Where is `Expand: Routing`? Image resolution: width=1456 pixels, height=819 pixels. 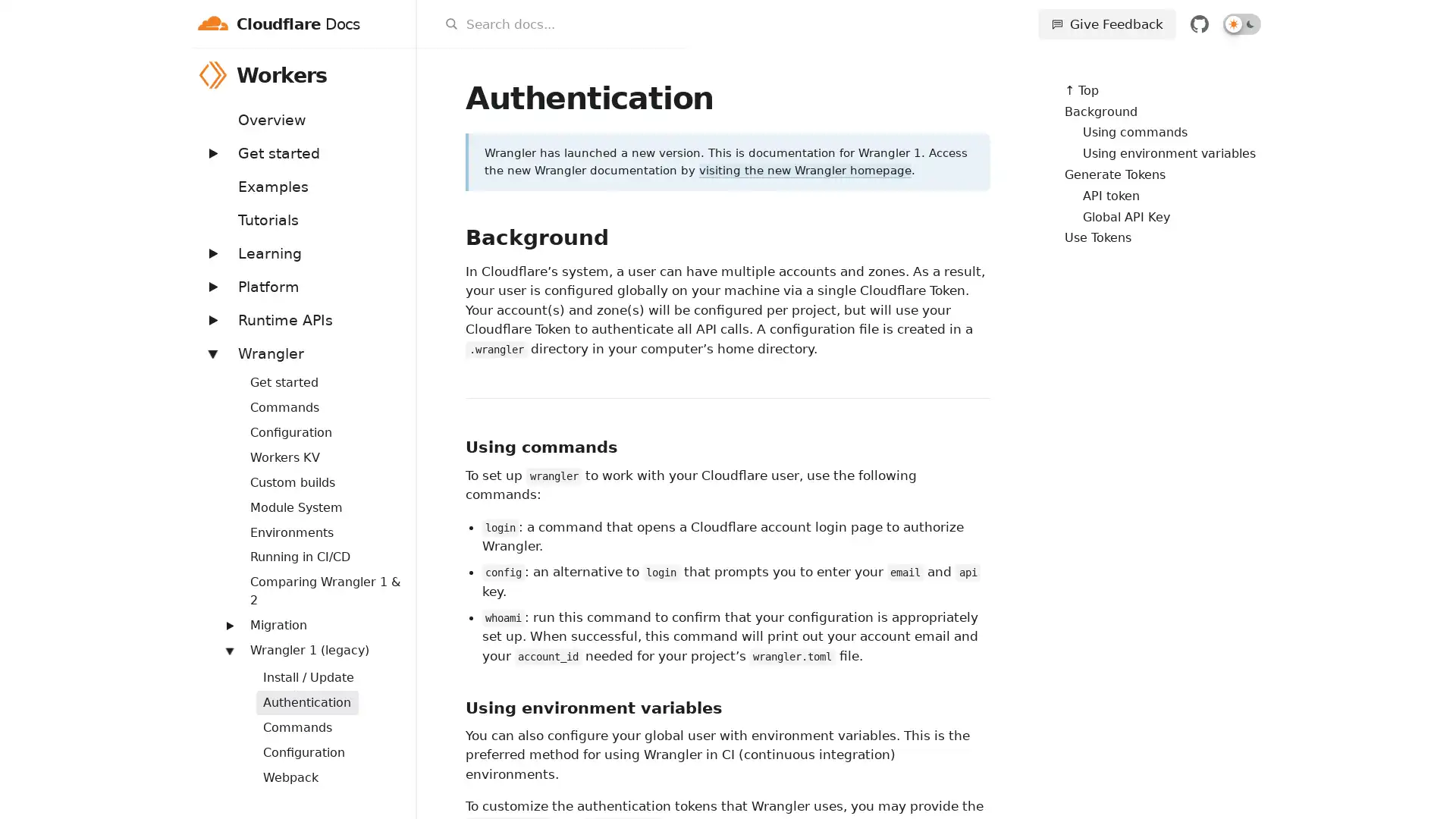
Expand: Routing is located at coordinates (221, 640).